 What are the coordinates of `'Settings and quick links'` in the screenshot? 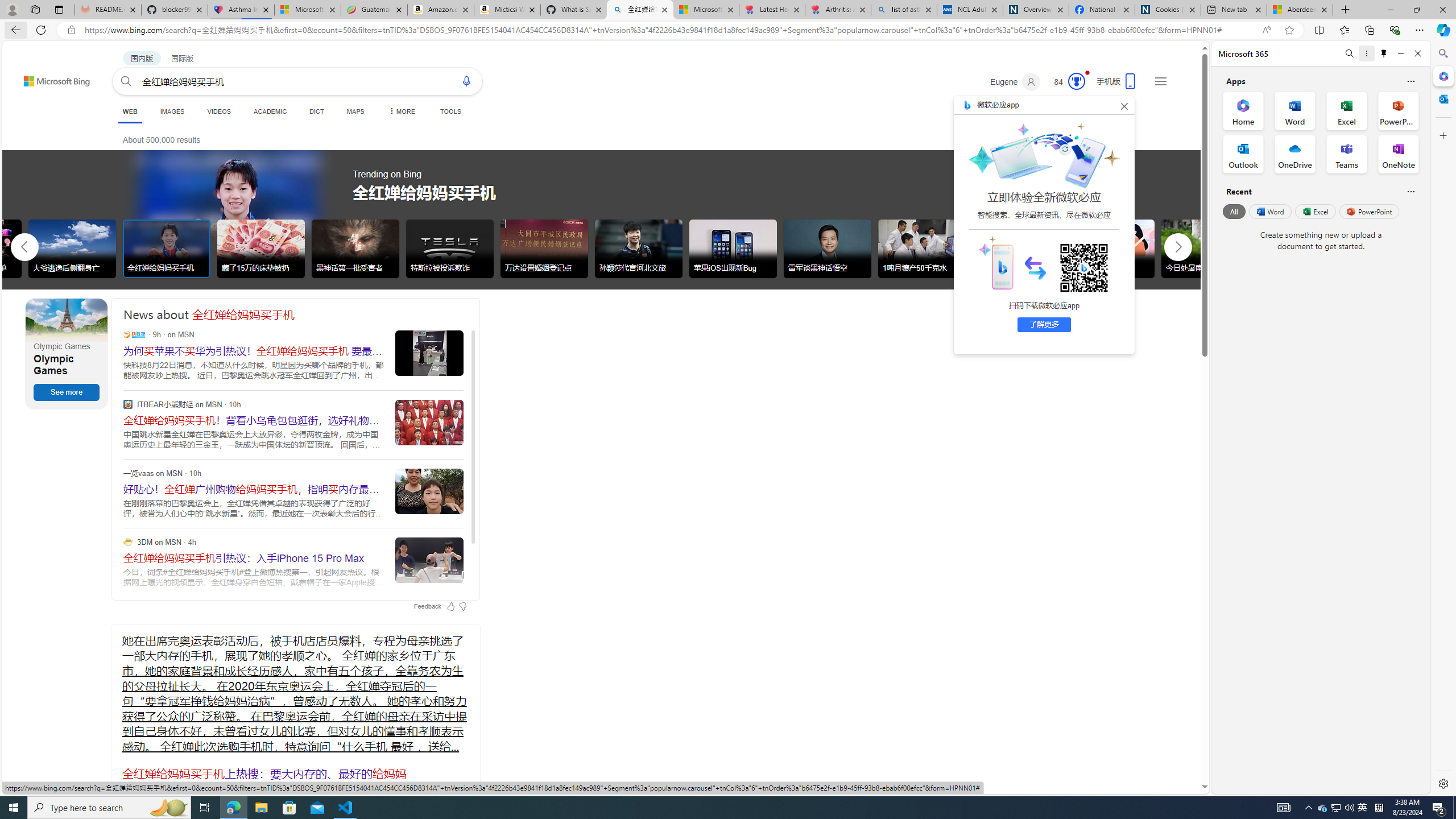 It's located at (1160, 80).